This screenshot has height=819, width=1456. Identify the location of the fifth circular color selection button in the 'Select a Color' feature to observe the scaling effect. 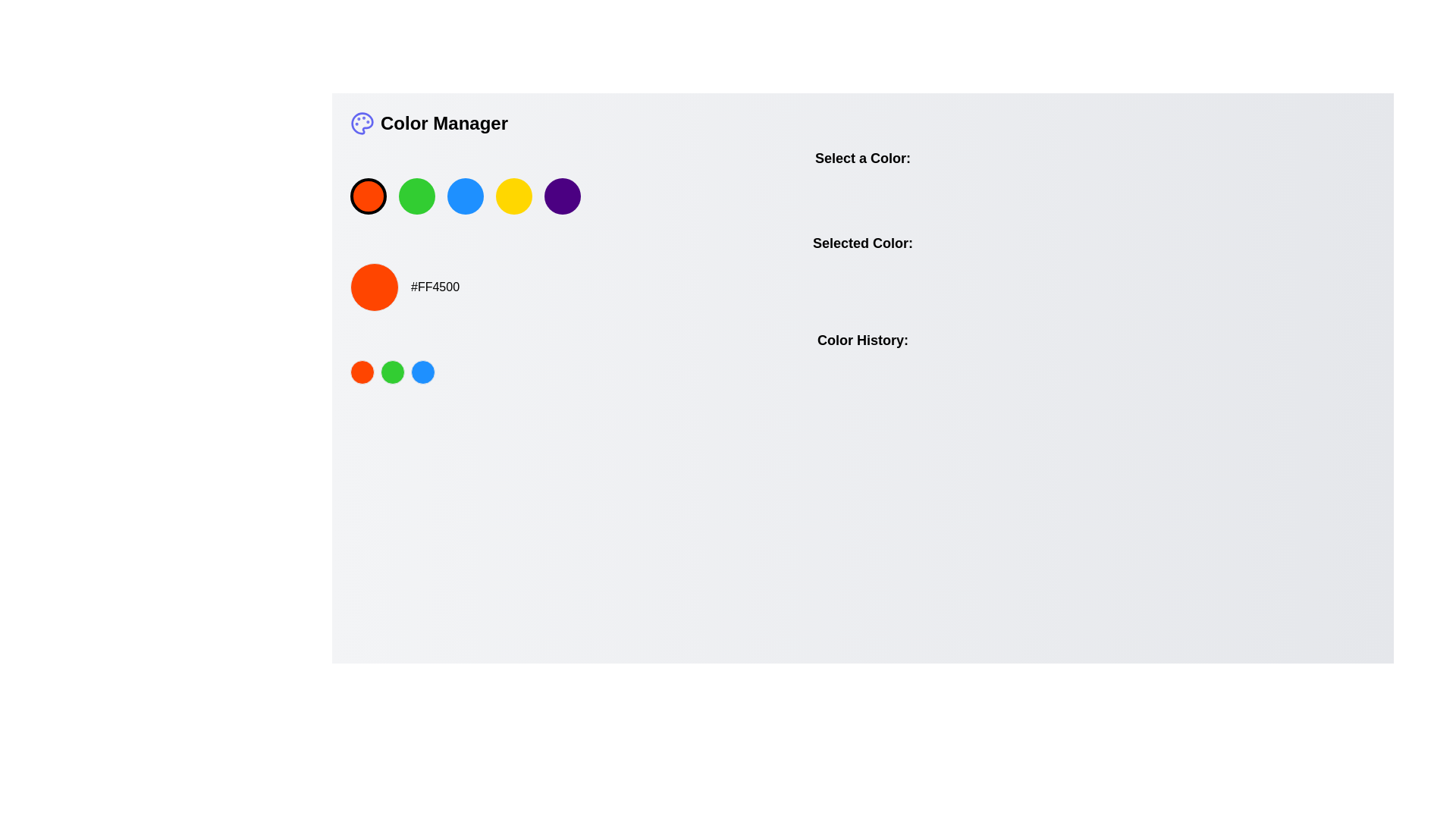
(562, 195).